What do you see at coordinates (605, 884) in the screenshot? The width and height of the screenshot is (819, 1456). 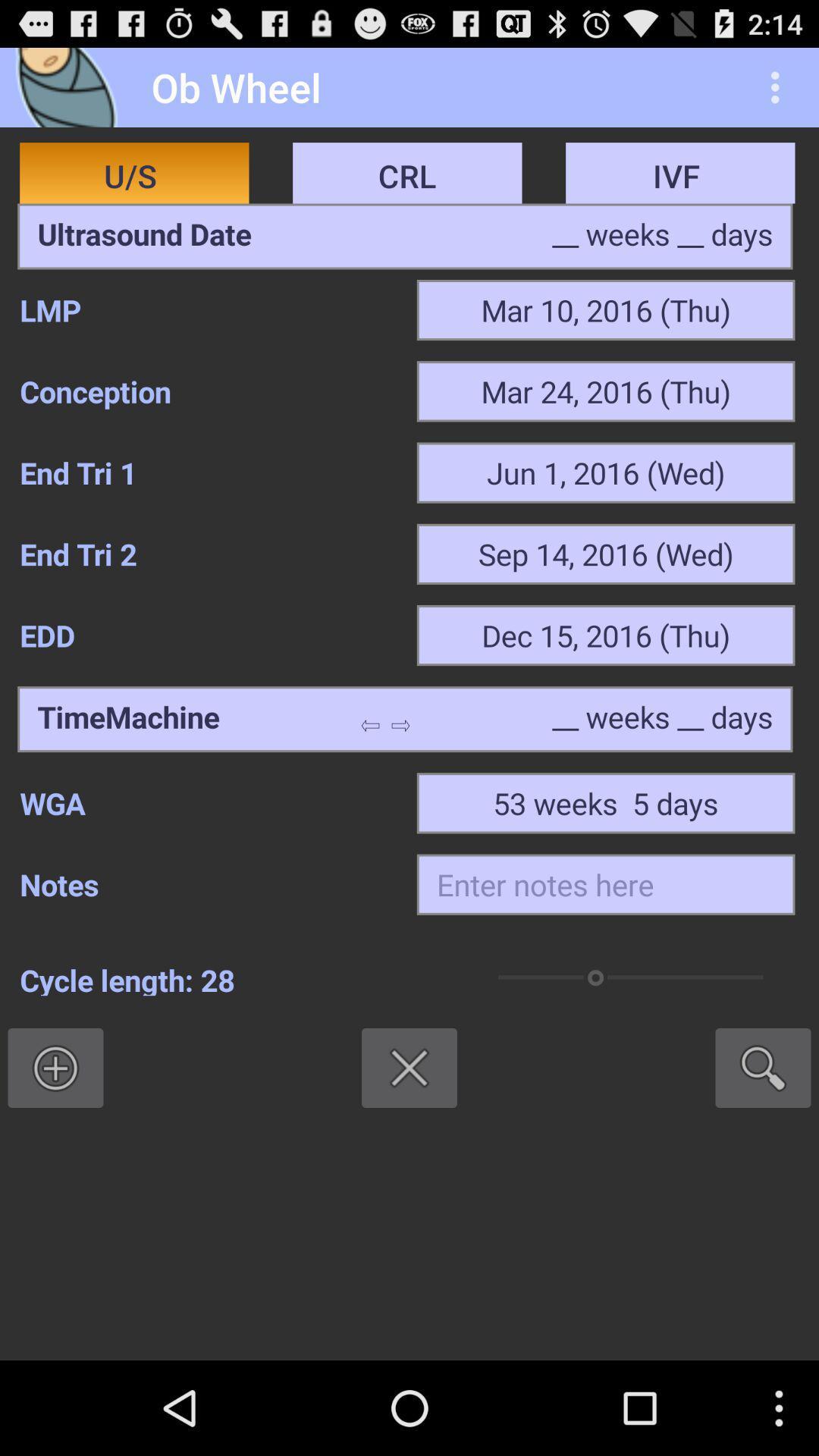 I see `notes` at bounding box center [605, 884].